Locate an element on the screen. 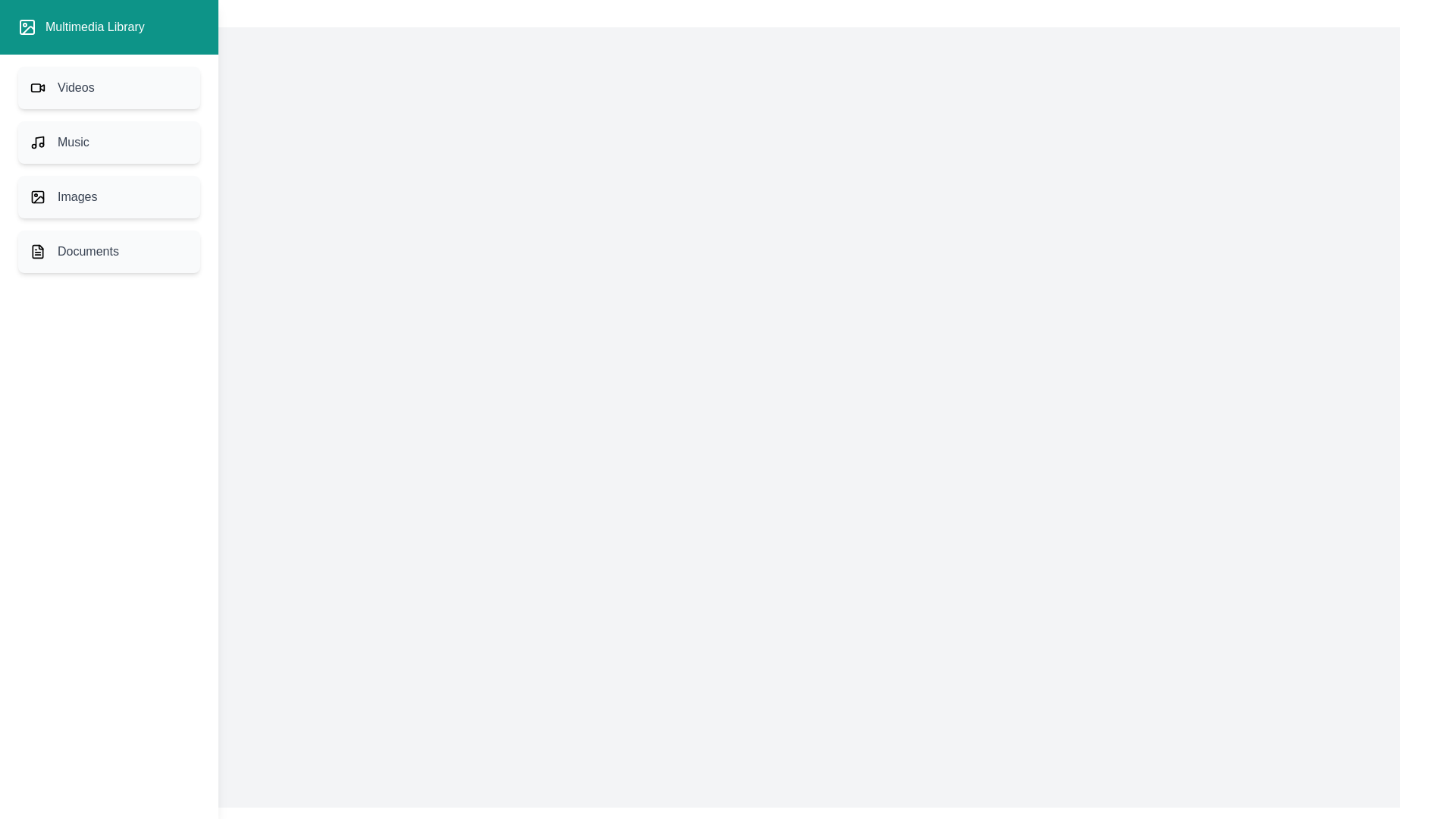 The width and height of the screenshot is (1456, 819). the category Images from the list is located at coordinates (108, 196).